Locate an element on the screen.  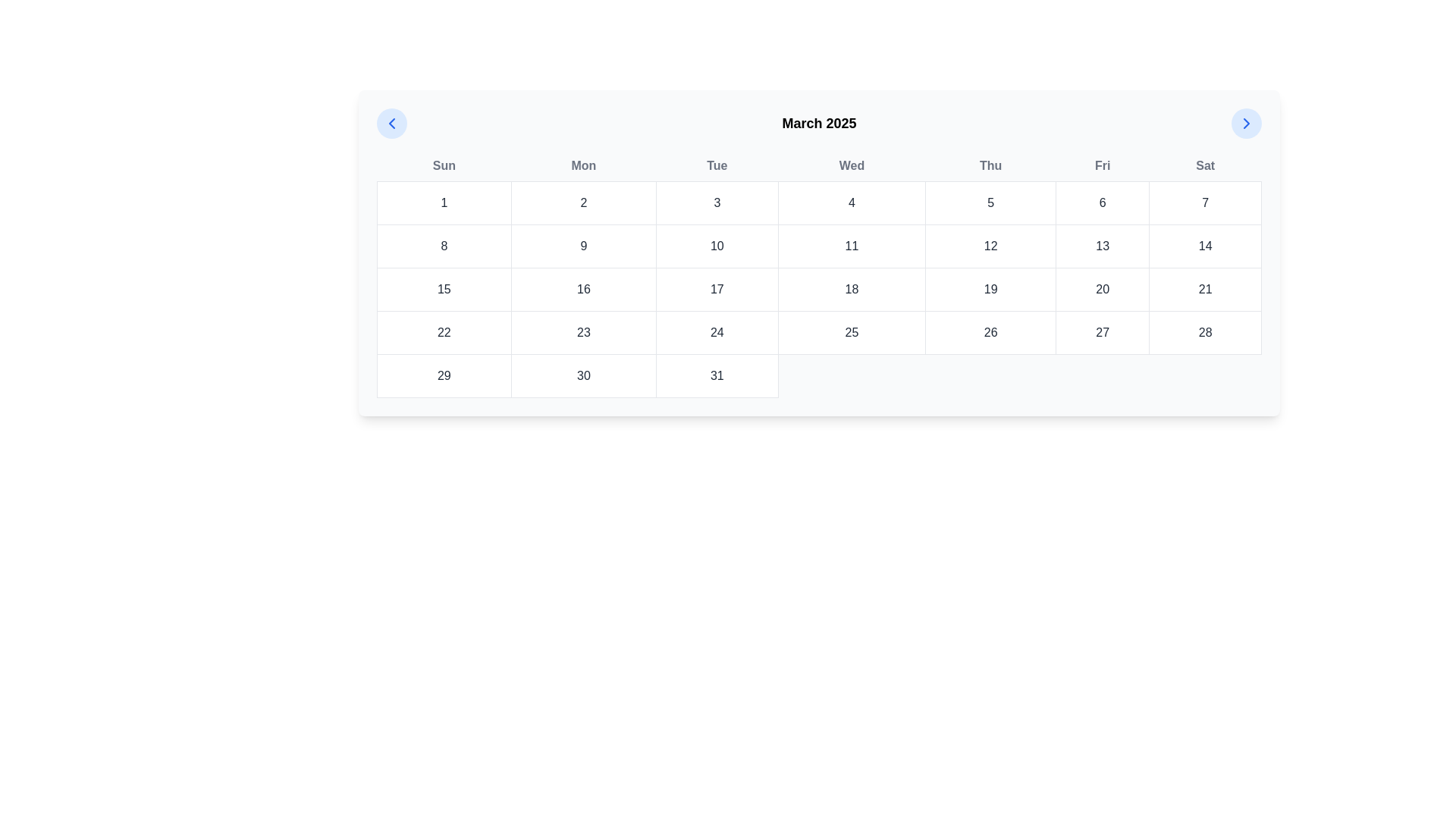
the header text displaying the current month and year in the calendar interface, located at the top of the interface is located at coordinates (818, 122).